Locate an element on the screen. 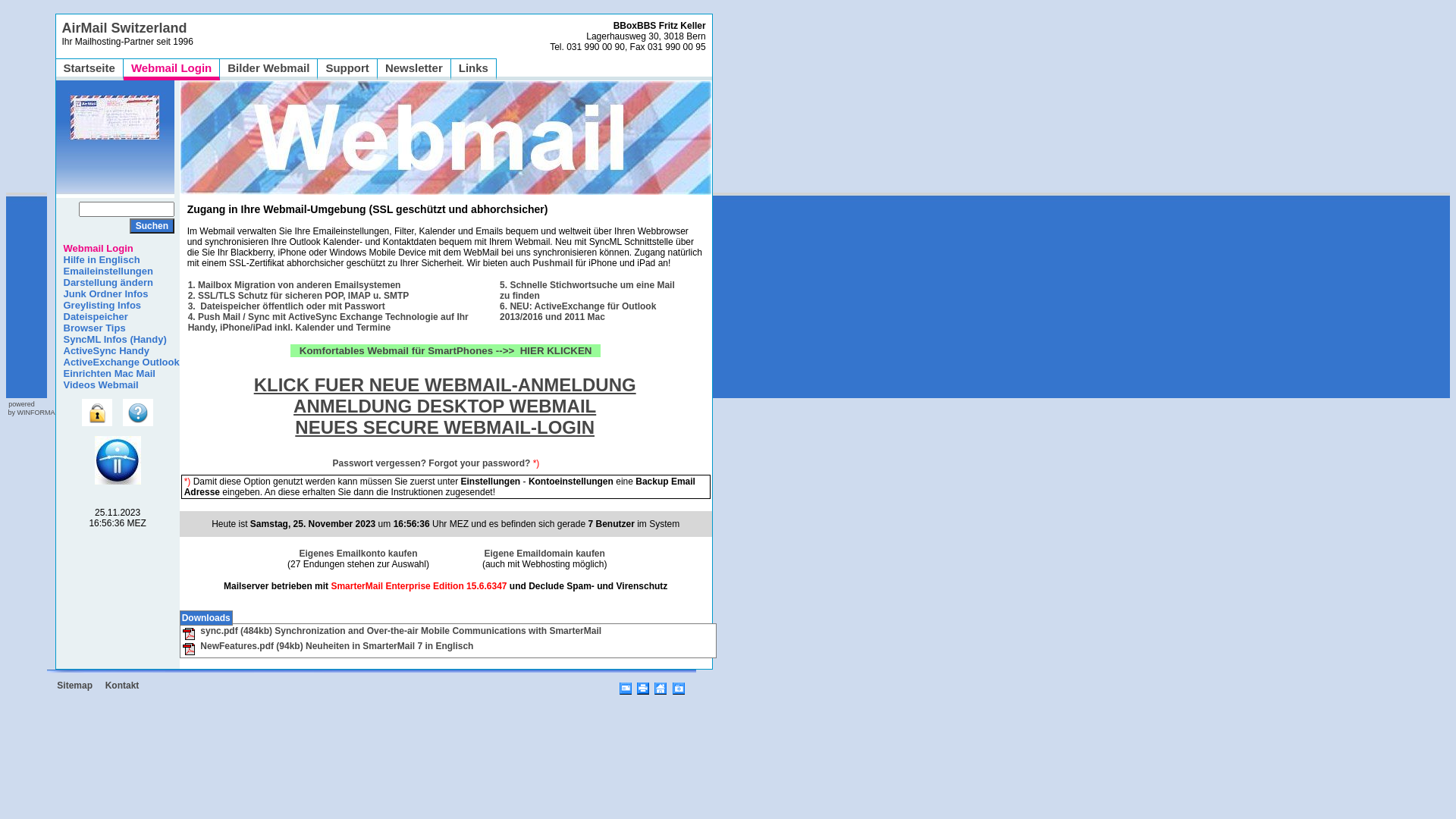 The image size is (1456, 819). 'Dateispeicher' is located at coordinates (91, 315).